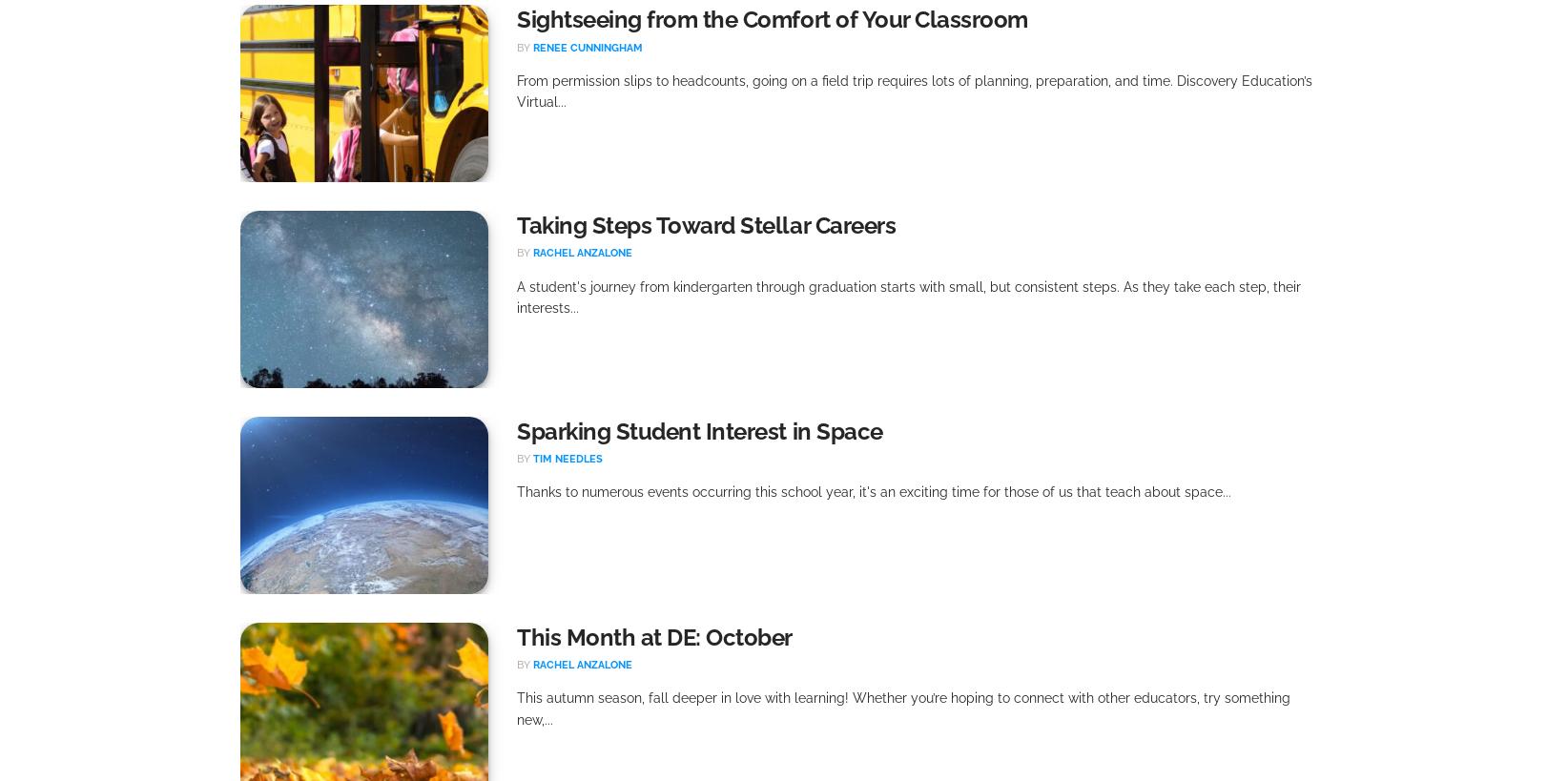 The image size is (1568, 781). Describe the element at coordinates (698, 431) in the screenshot. I see `'Sparking Student Interest in Space'` at that location.